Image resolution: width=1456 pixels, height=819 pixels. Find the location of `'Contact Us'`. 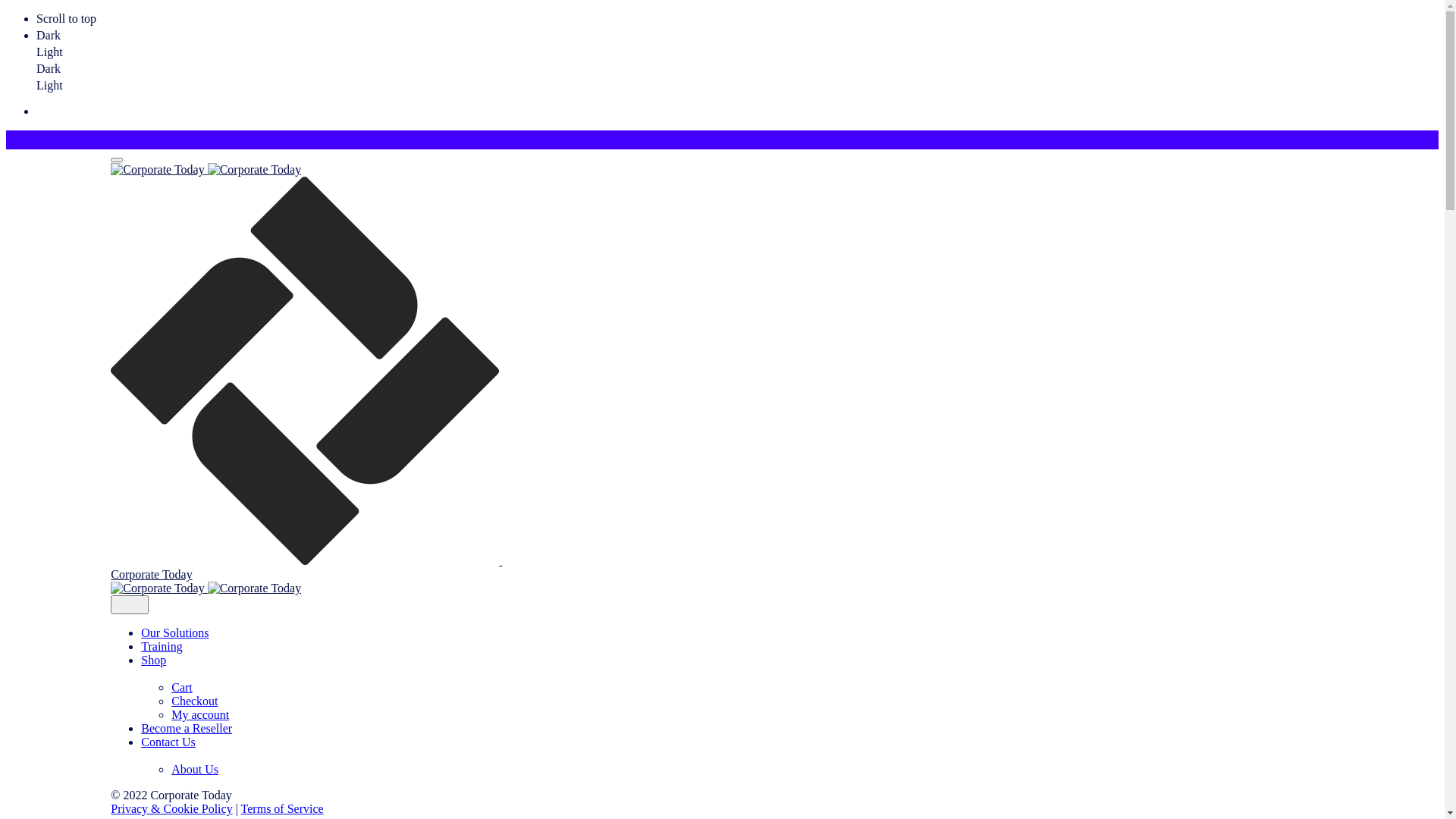

'Contact Us' is located at coordinates (619, 748).